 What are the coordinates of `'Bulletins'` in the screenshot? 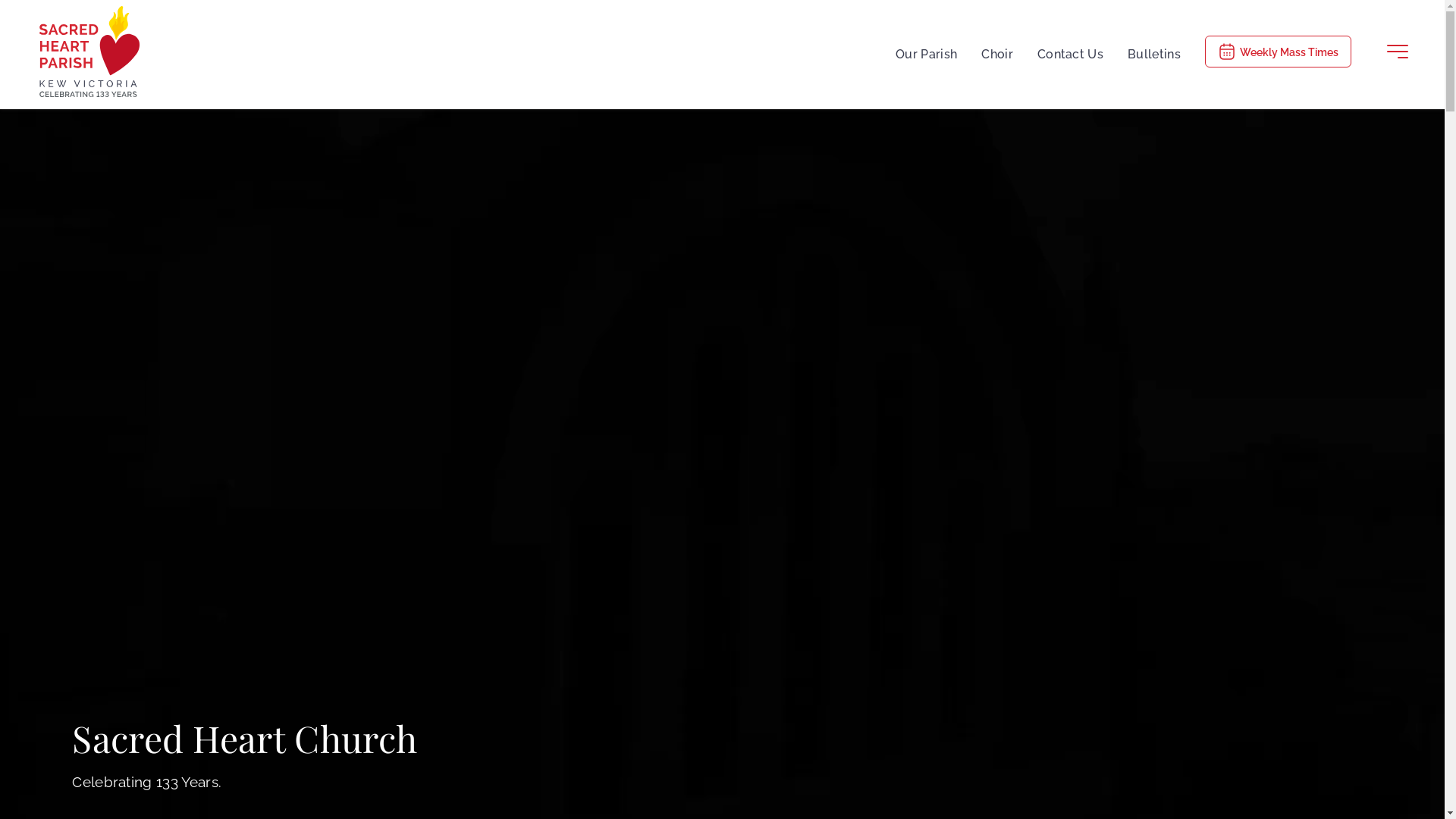 It's located at (1153, 51).